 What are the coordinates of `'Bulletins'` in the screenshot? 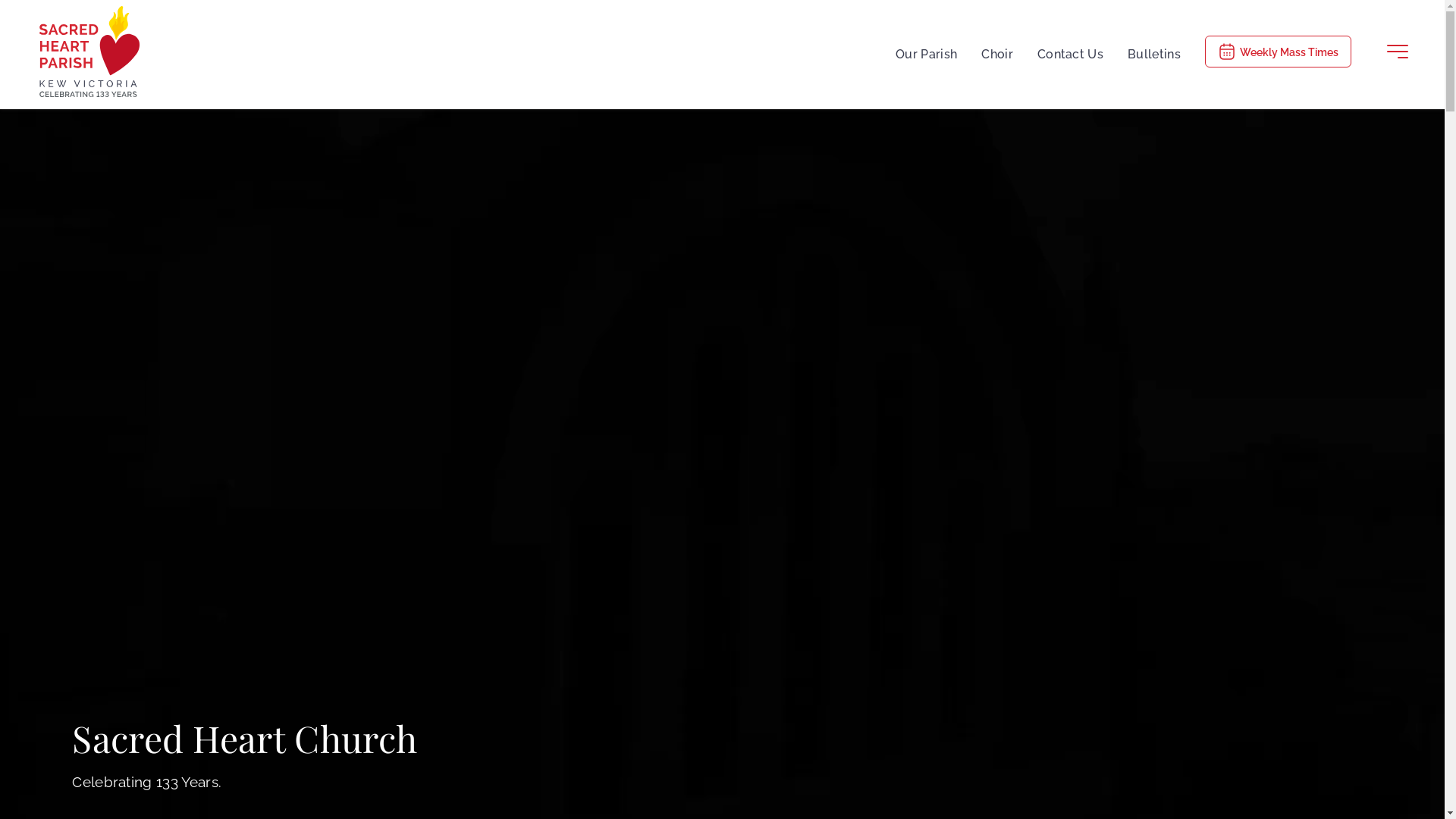 It's located at (1153, 51).